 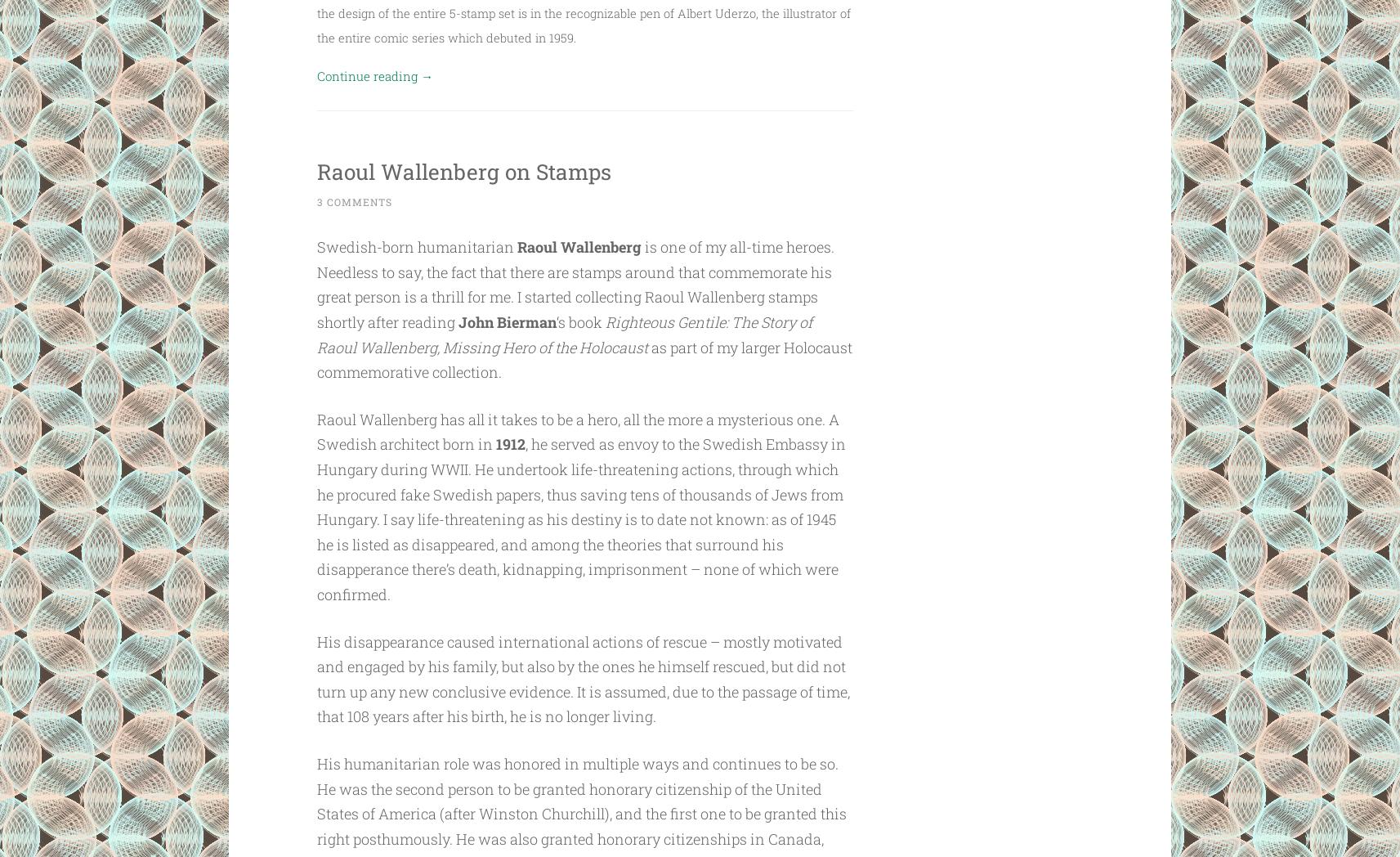 What do you see at coordinates (315, 168) in the screenshot?
I see `'Raoul Wallenberg on Stamps'` at bounding box center [315, 168].